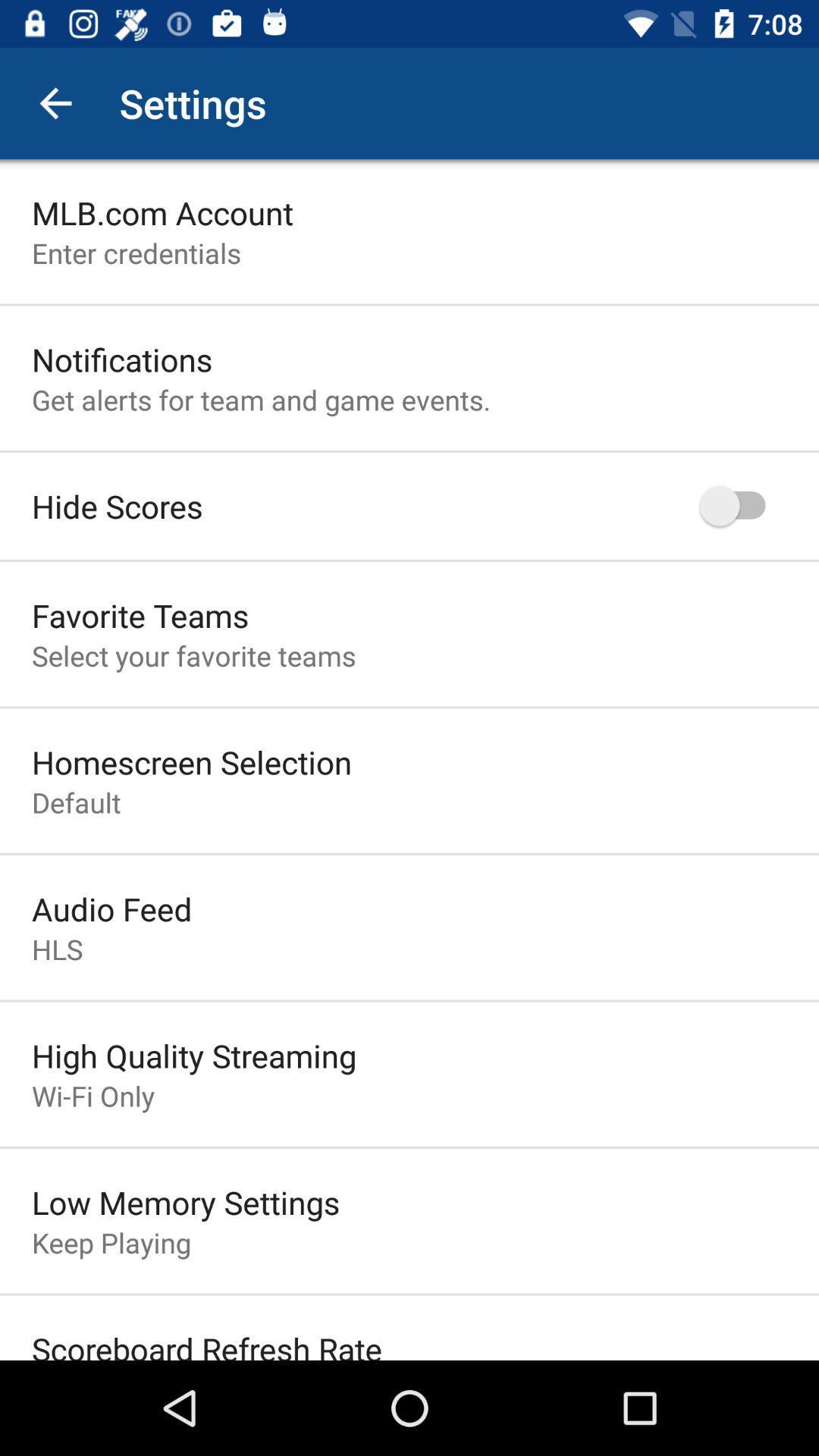 The image size is (819, 1456). Describe the element at coordinates (55, 102) in the screenshot. I see `the app to the left of settings icon` at that location.